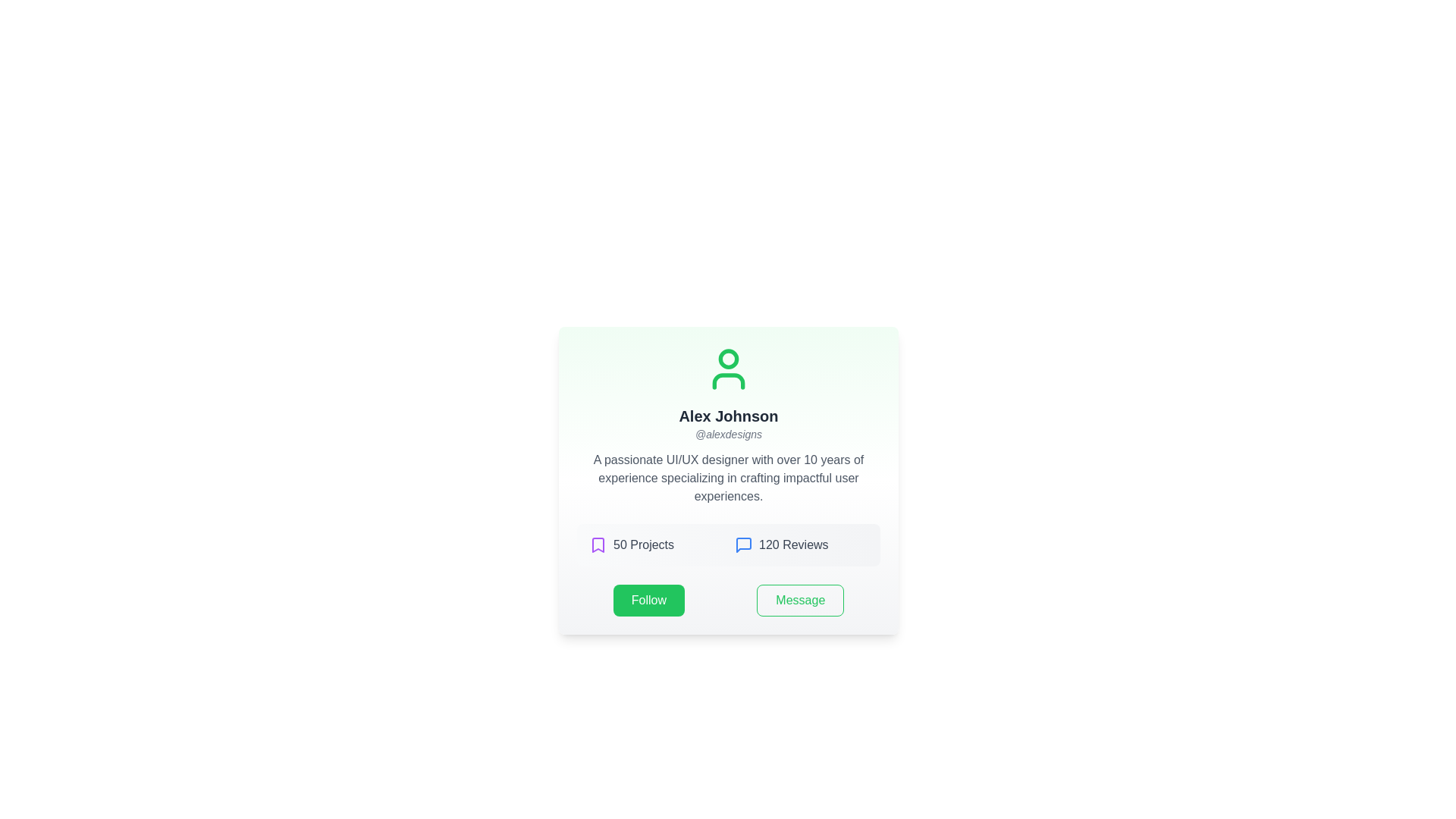 This screenshot has height=819, width=1456. Describe the element at coordinates (644, 544) in the screenshot. I see `descriptive text label indicating the number of projects associated with the profile, located at the center-bottom section of the card, next to a bookmark icon and before '120 Reviews'` at that location.